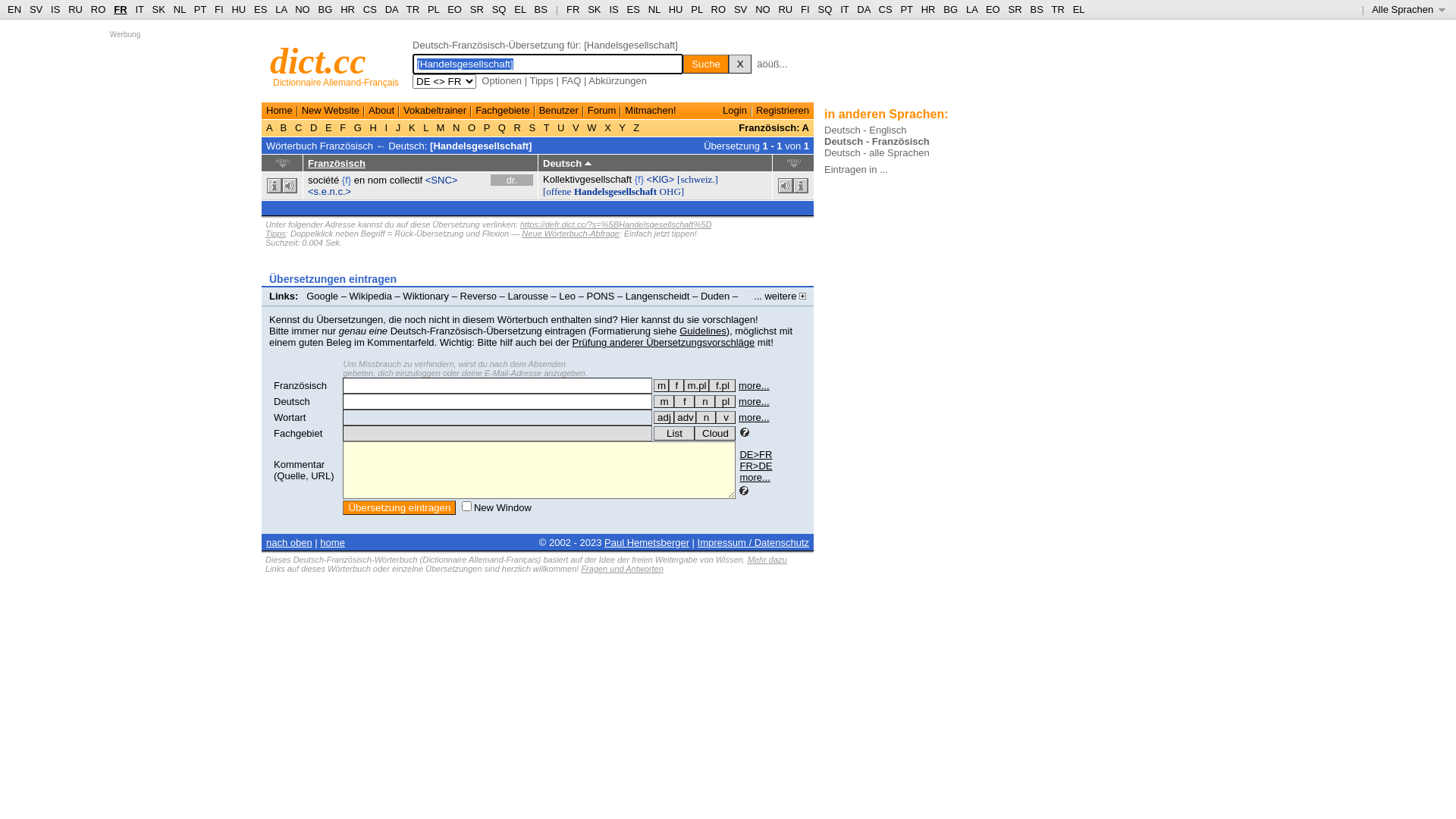 This screenshot has height=819, width=1456. I want to click on 'IS', so click(613, 9).